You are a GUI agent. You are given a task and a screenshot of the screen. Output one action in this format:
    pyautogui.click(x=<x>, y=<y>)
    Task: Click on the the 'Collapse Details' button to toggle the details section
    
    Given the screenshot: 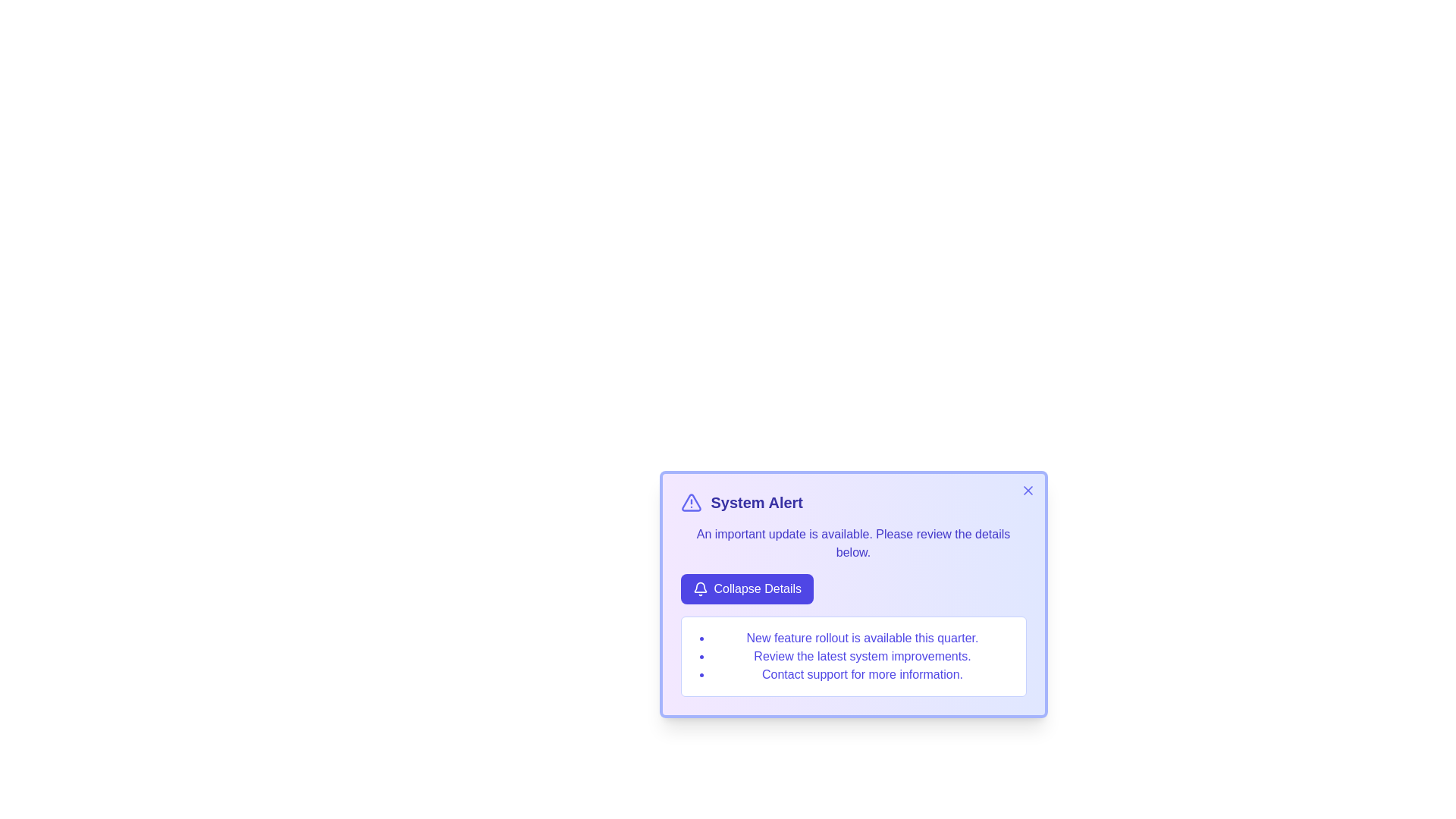 What is the action you would take?
    pyautogui.click(x=746, y=588)
    